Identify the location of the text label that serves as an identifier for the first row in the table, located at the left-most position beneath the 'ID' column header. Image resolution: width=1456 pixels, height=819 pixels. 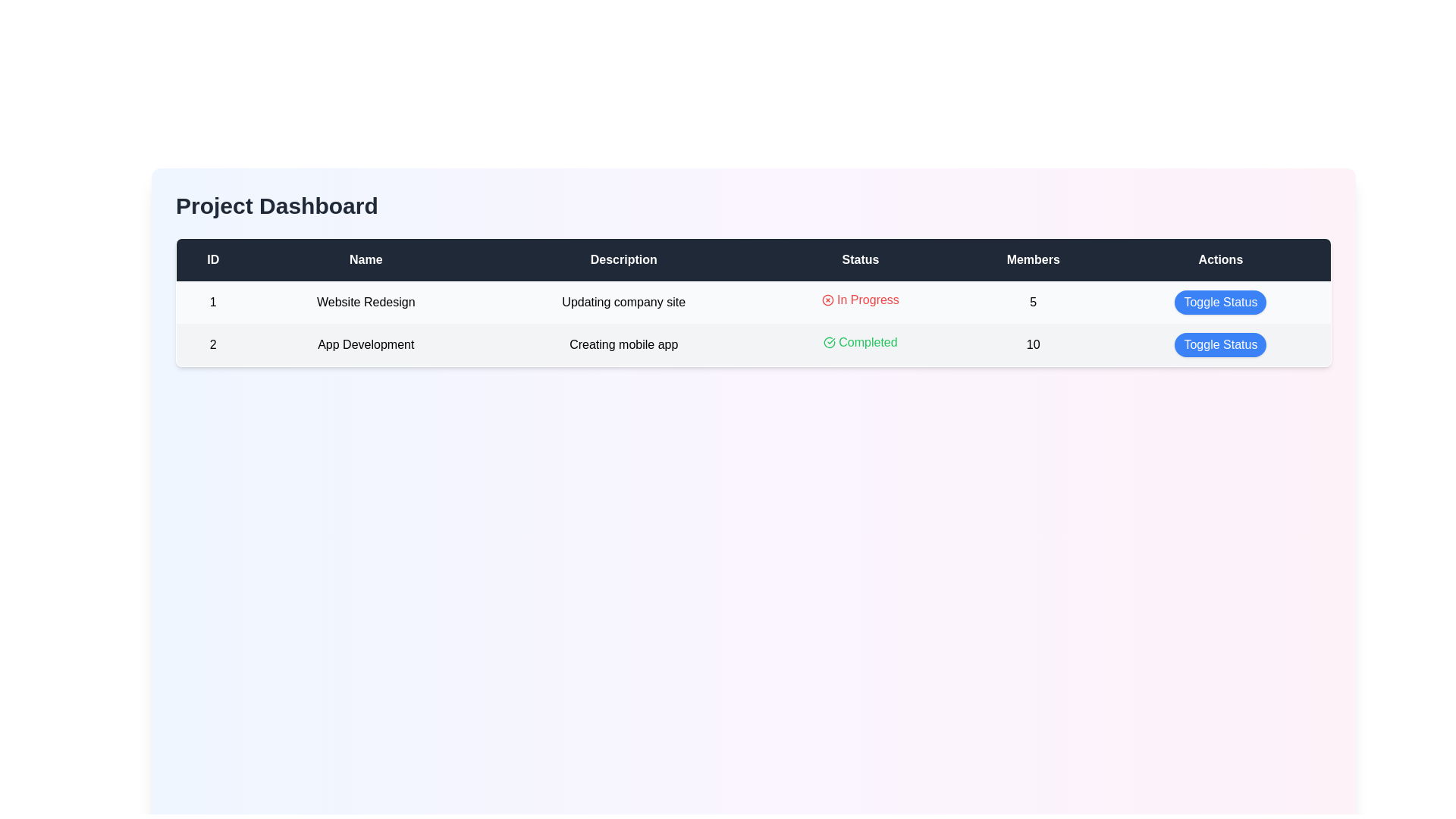
(212, 302).